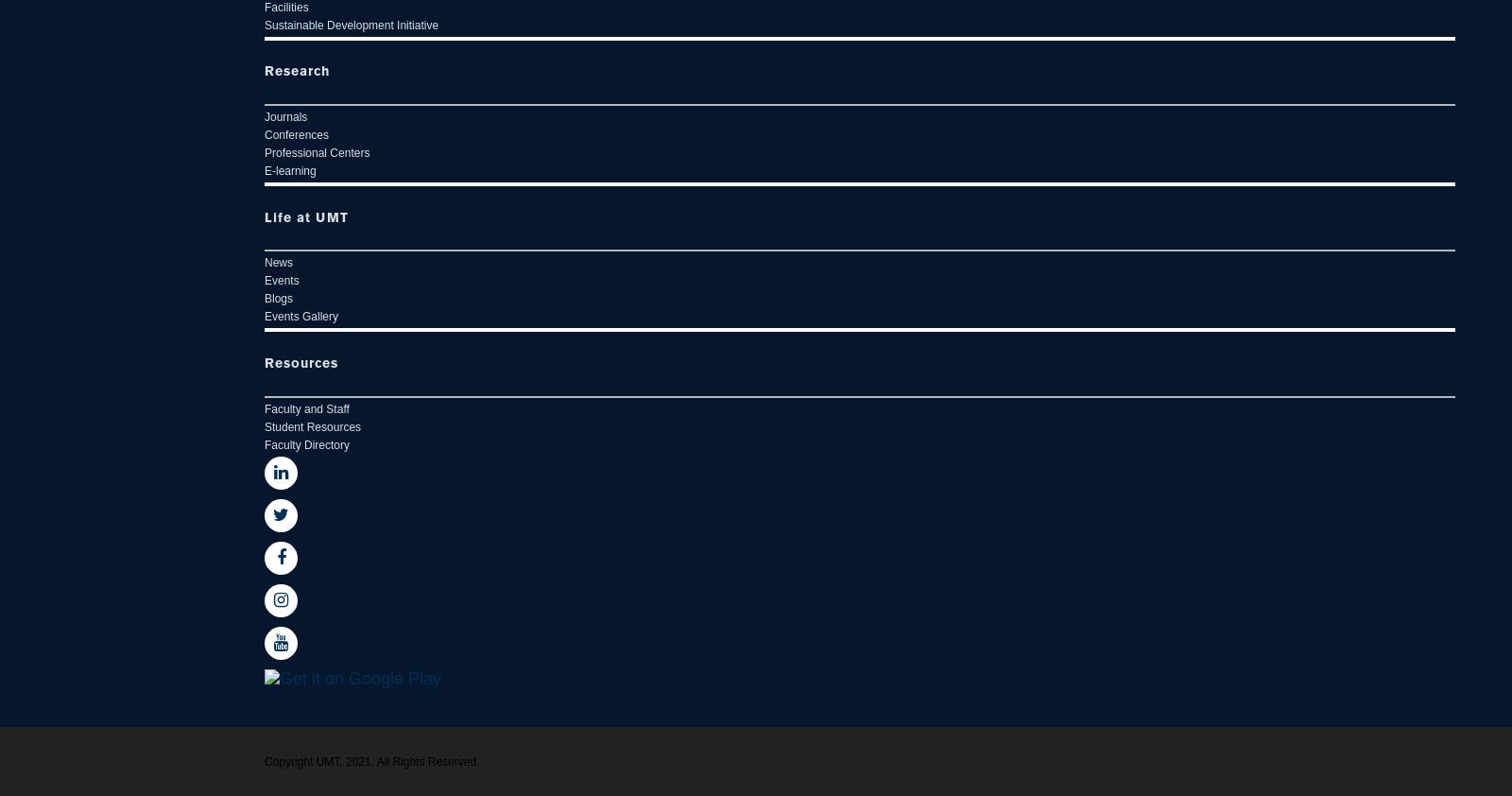  I want to click on 'Copyright UMT, 2021. All Rights Reserved.', so click(371, 761).